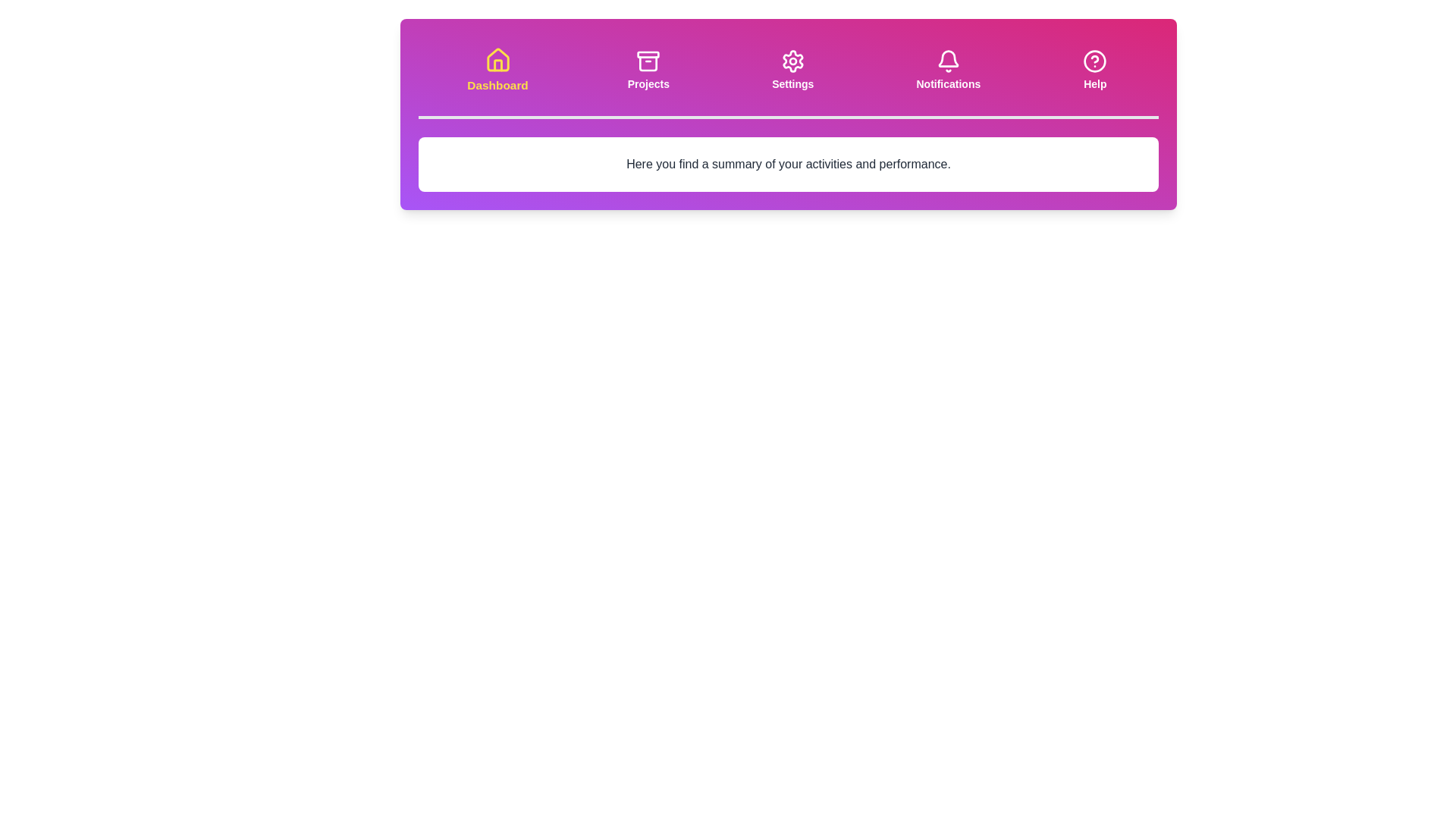 This screenshot has width=1456, height=819. Describe the element at coordinates (648, 70) in the screenshot. I see `the tab titled 'Projects' to observe its icon and title` at that location.